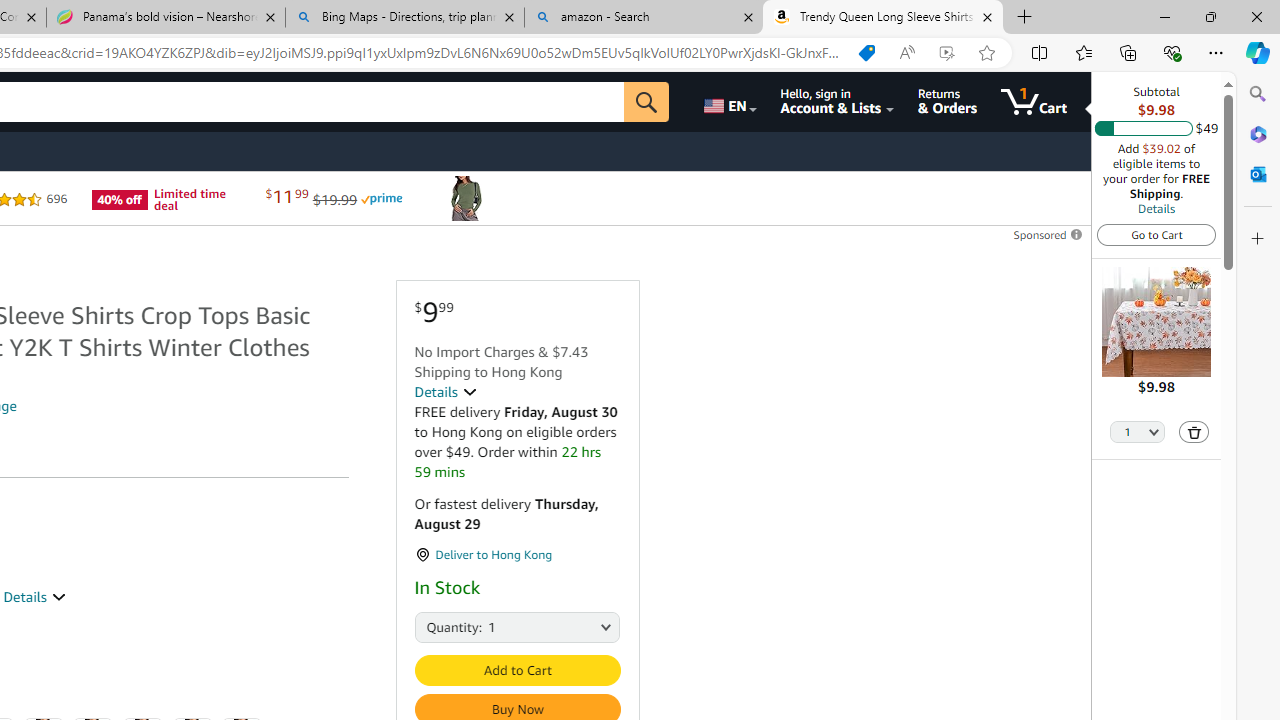  I want to click on 'Delete', so click(1194, 430).